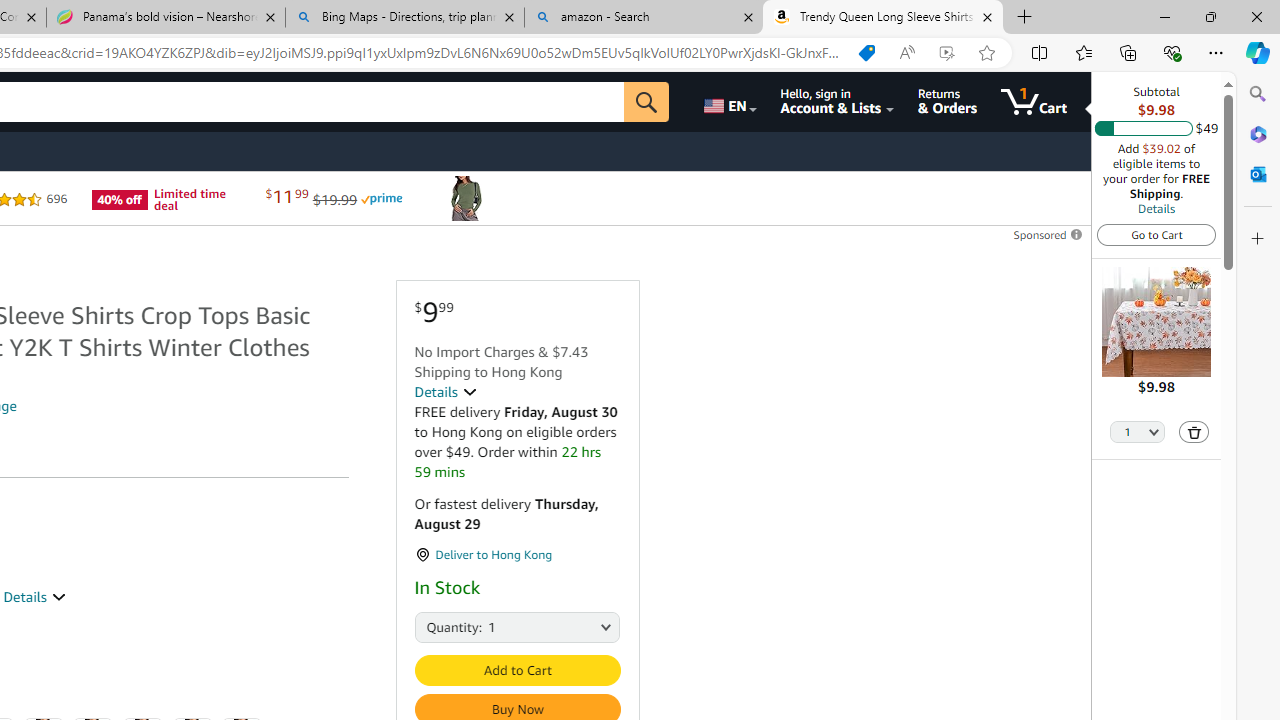  I want to click on 'Delete', so click(1194, 430).